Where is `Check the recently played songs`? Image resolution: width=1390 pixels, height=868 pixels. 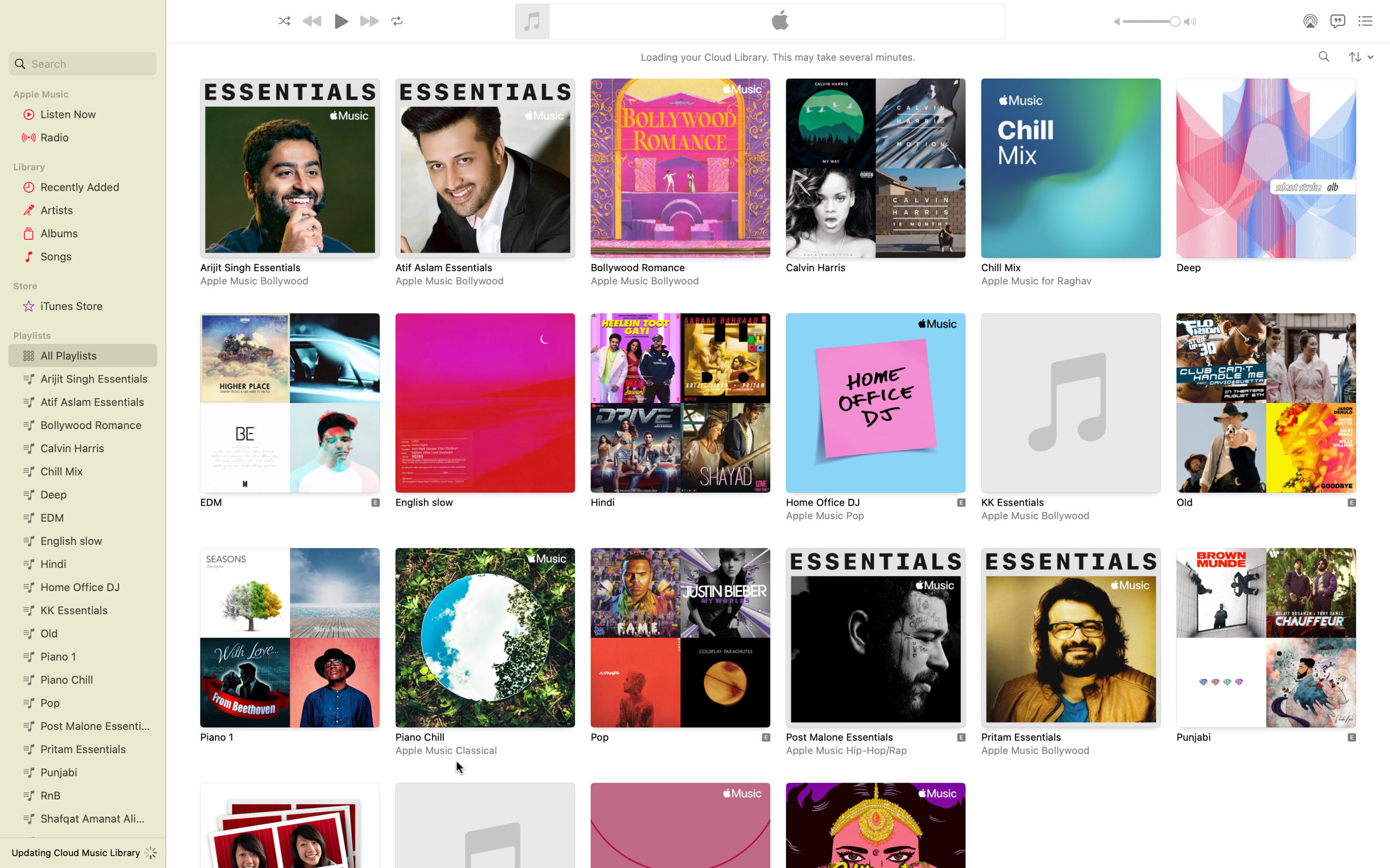
Check the recently played songs is located at coordinates (80, 187).